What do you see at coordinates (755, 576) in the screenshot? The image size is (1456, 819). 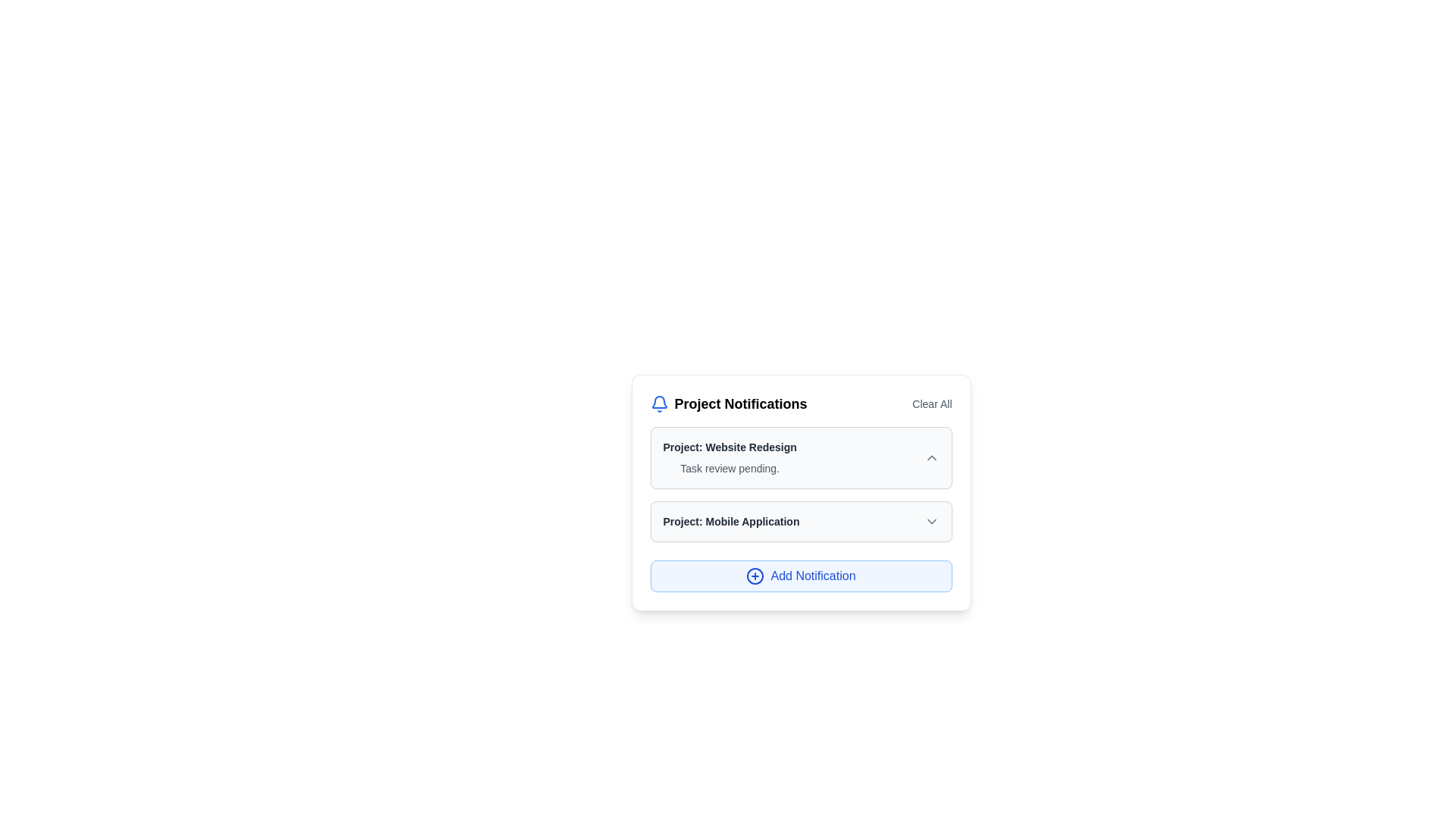 I see `the icon located on the left side of the 'Add Notification' button at the bottom of the notification panel` at bounding box center [755, 576].